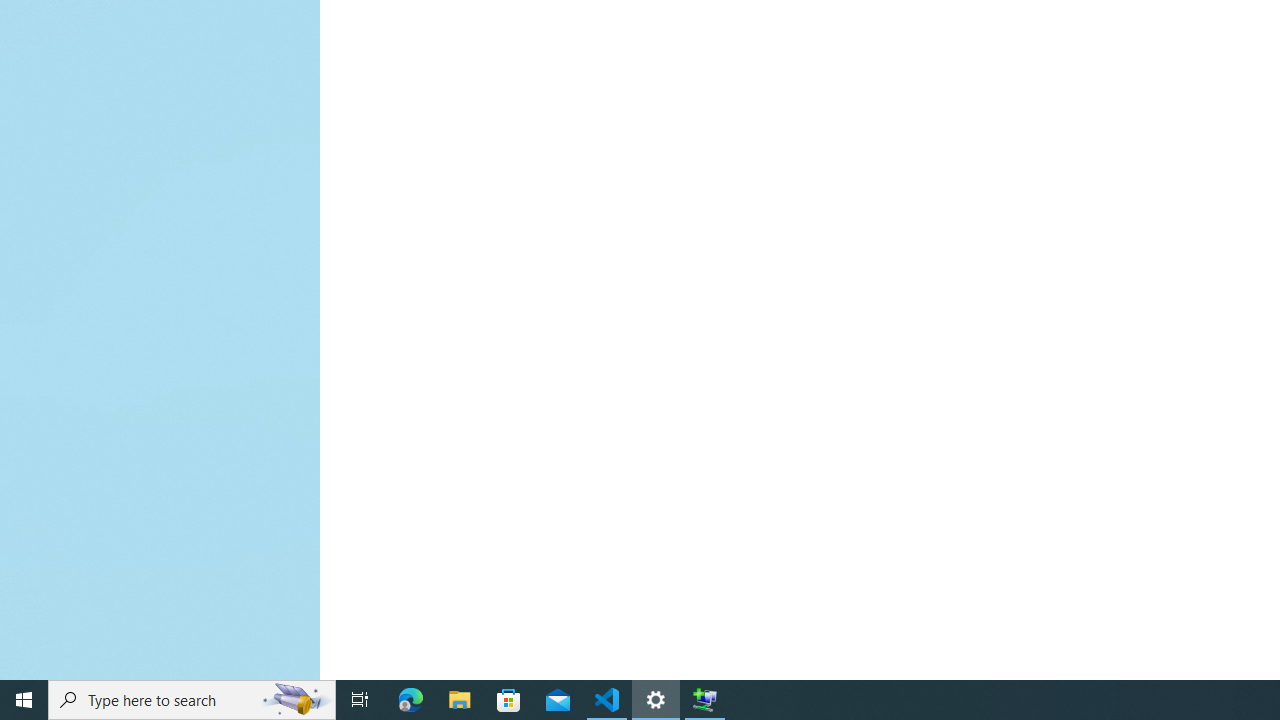  Describe the element at coordinates (509, 698) in the screenshot. I see `'Microsoft Store'` at that location.